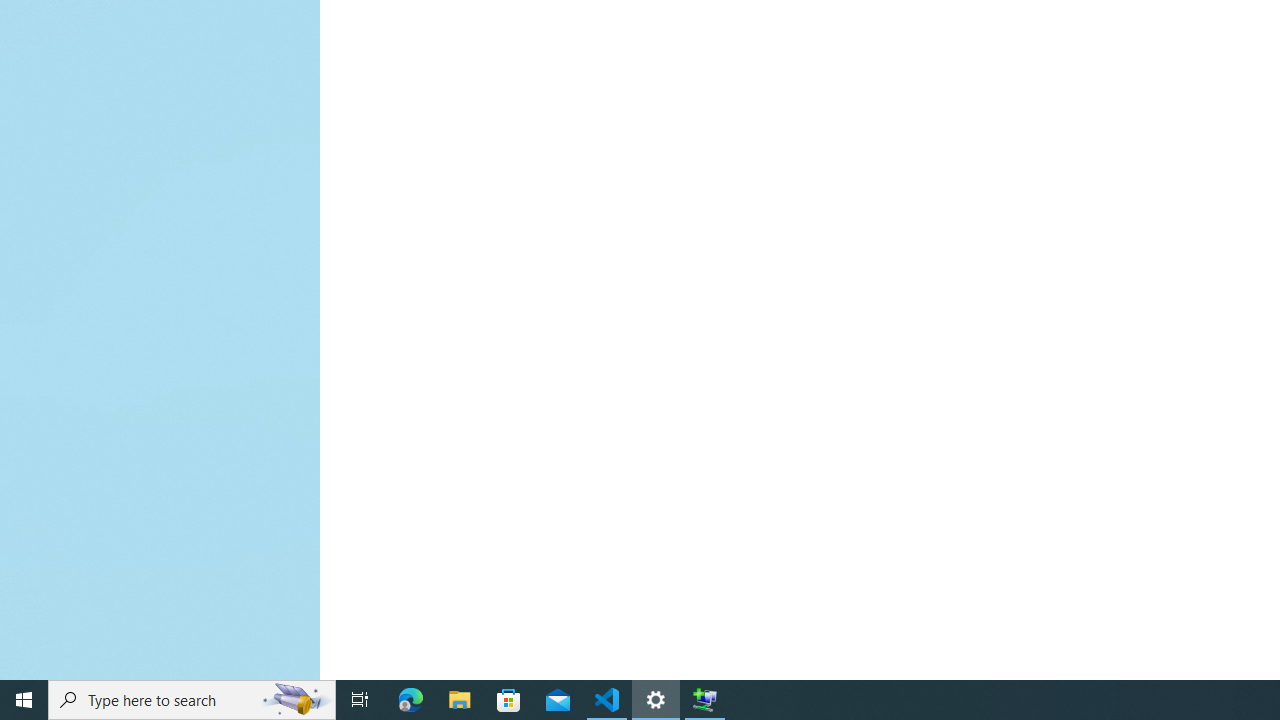  Describe the element at coordinates (509, 698) in the screenshot. I see `'Microsoft Store'` at that location.